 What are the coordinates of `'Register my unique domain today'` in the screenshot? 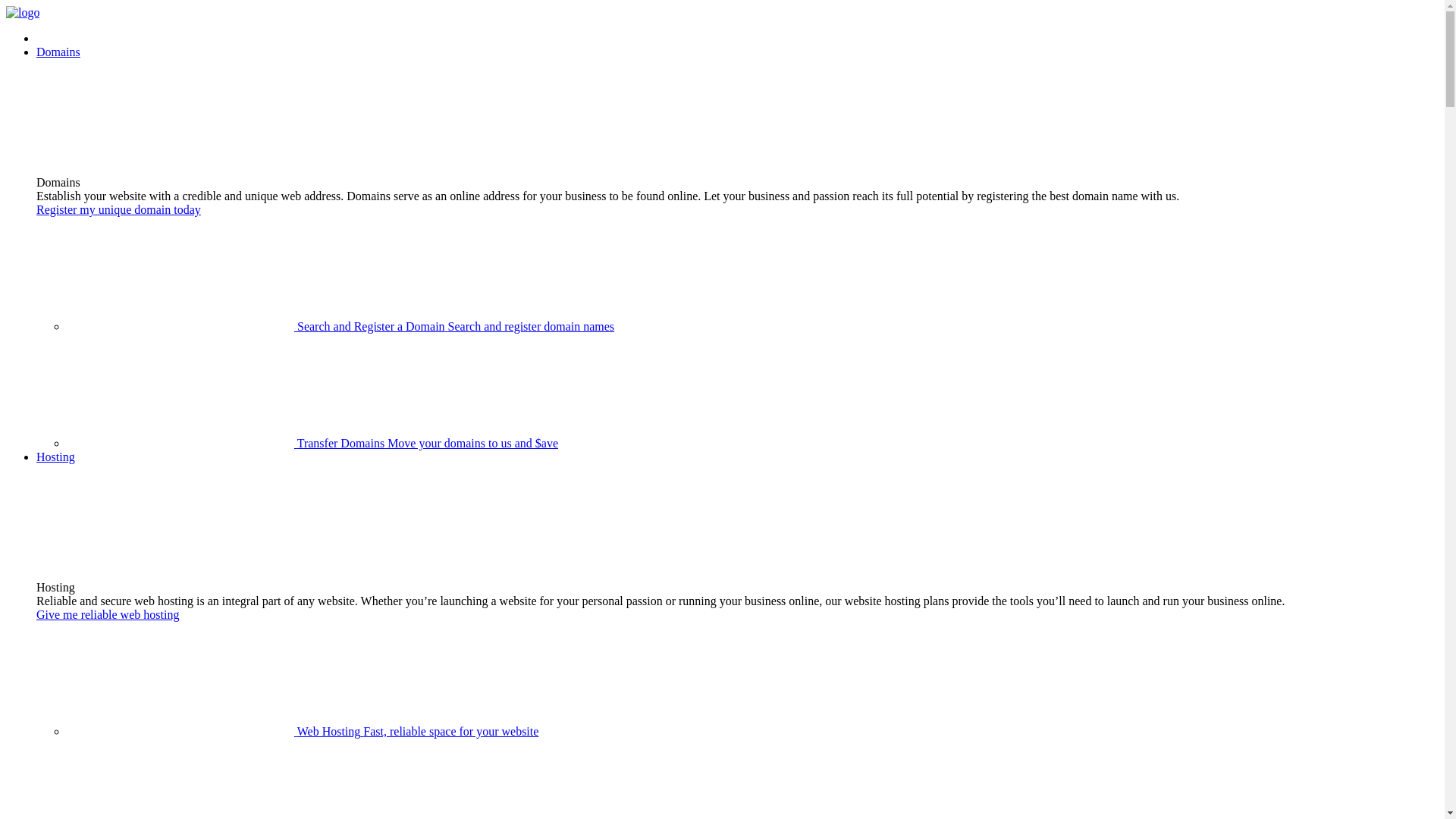 It's located at (118, 209).